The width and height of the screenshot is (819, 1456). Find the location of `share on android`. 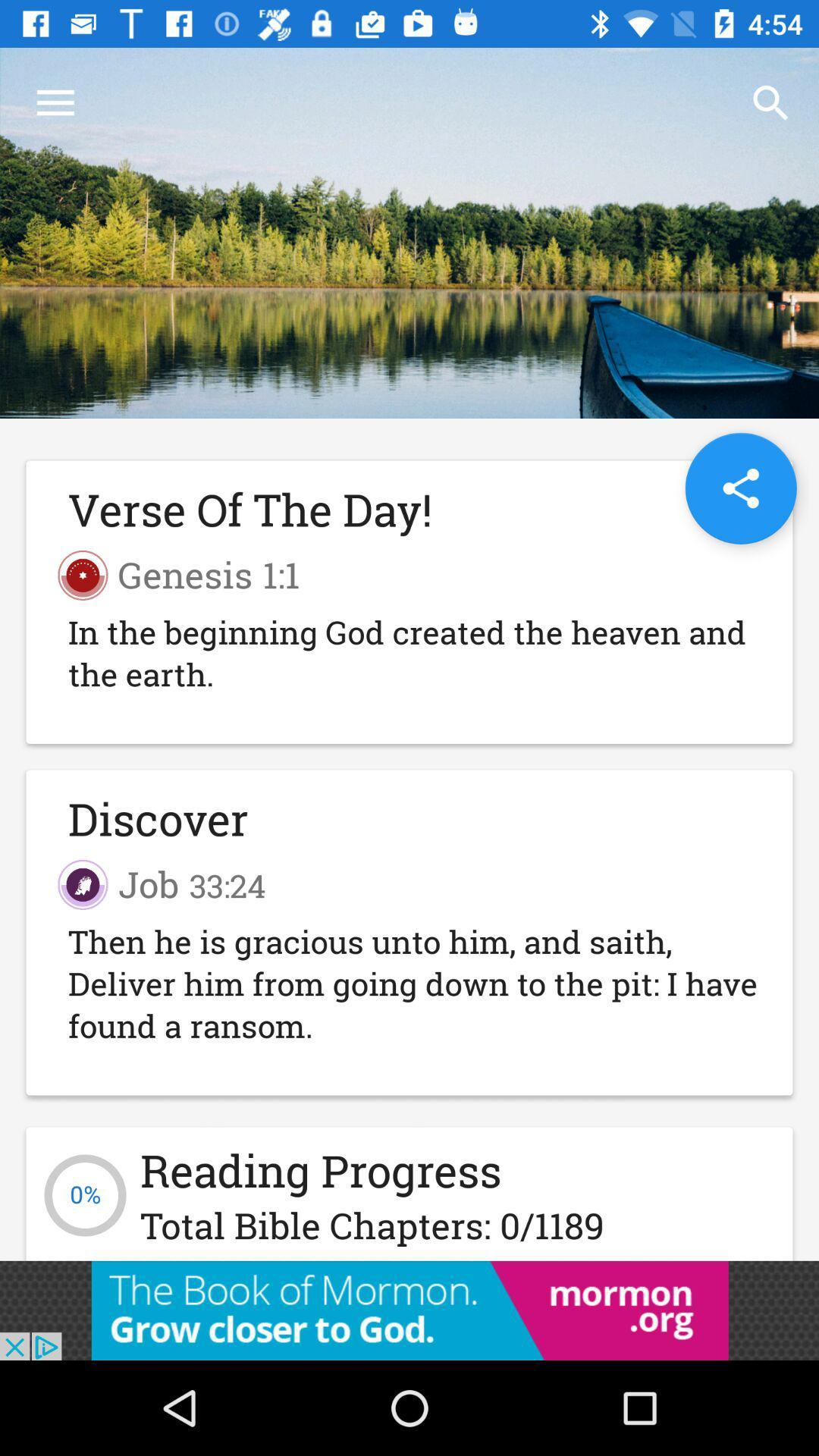

share on android is located at coordinates (740, 488).